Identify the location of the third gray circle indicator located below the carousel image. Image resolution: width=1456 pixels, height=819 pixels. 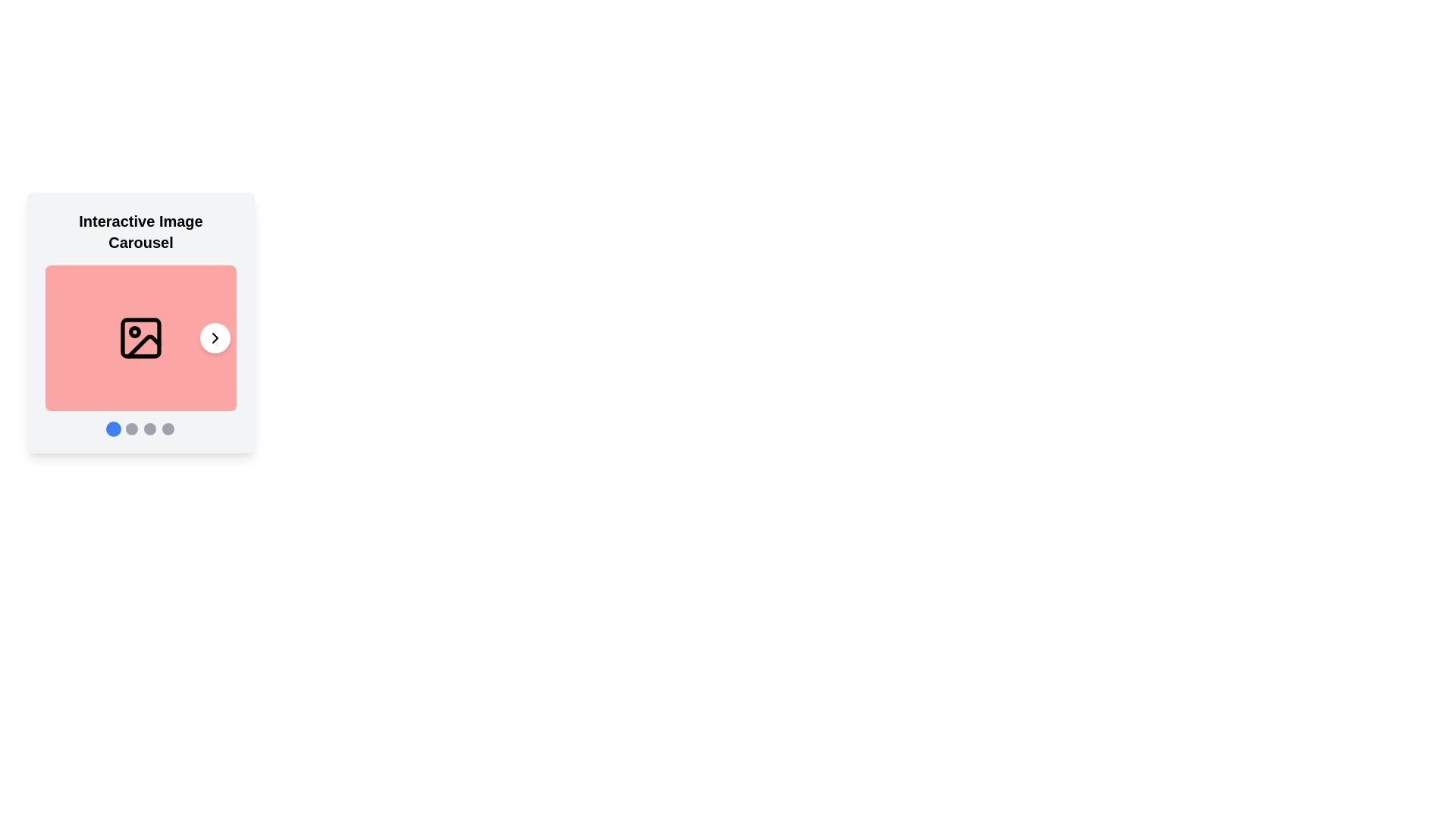
(149, 429).